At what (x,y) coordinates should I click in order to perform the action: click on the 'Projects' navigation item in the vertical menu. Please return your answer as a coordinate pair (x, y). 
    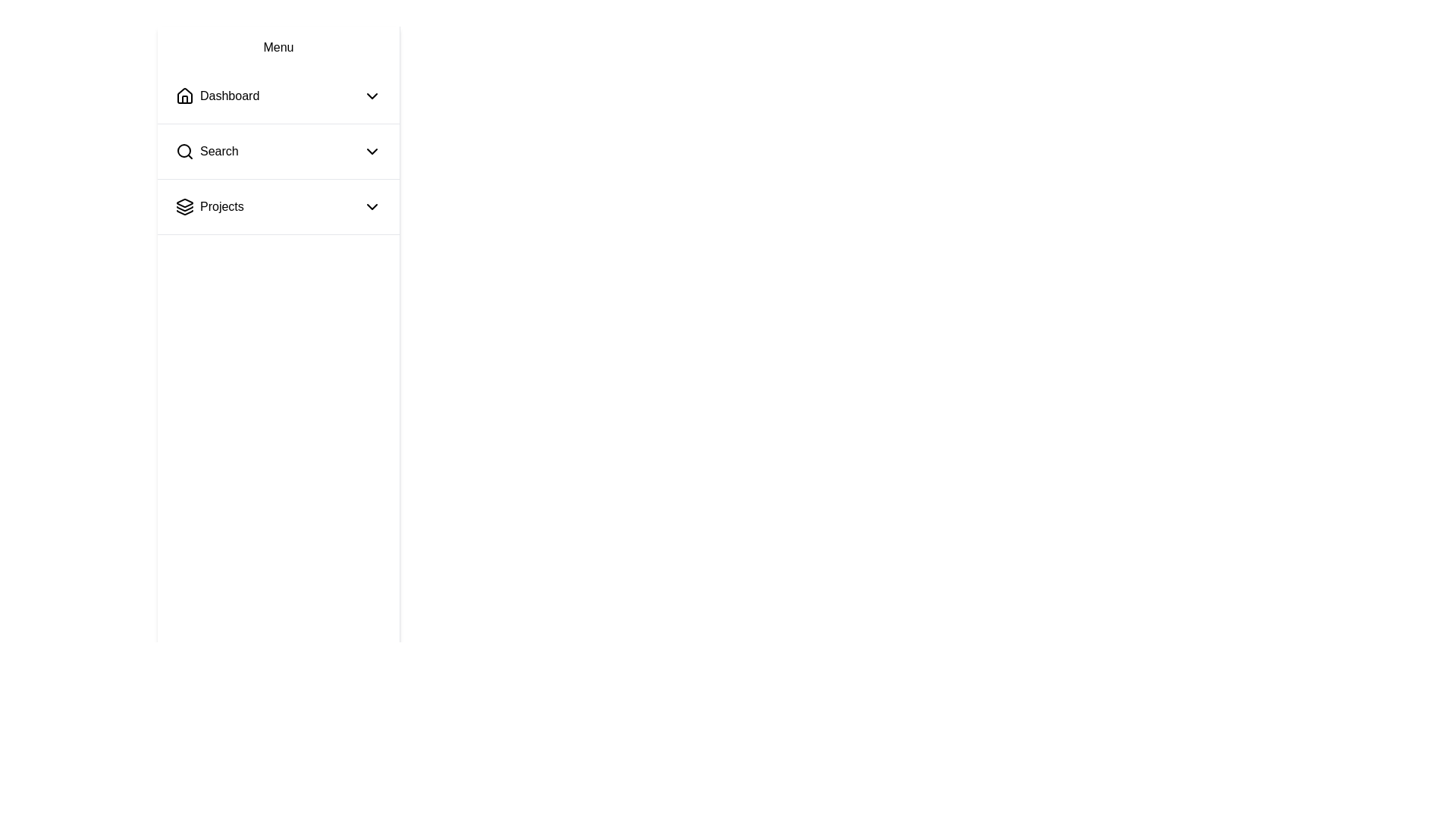
    Looking at the image, I should click on (278, 207).